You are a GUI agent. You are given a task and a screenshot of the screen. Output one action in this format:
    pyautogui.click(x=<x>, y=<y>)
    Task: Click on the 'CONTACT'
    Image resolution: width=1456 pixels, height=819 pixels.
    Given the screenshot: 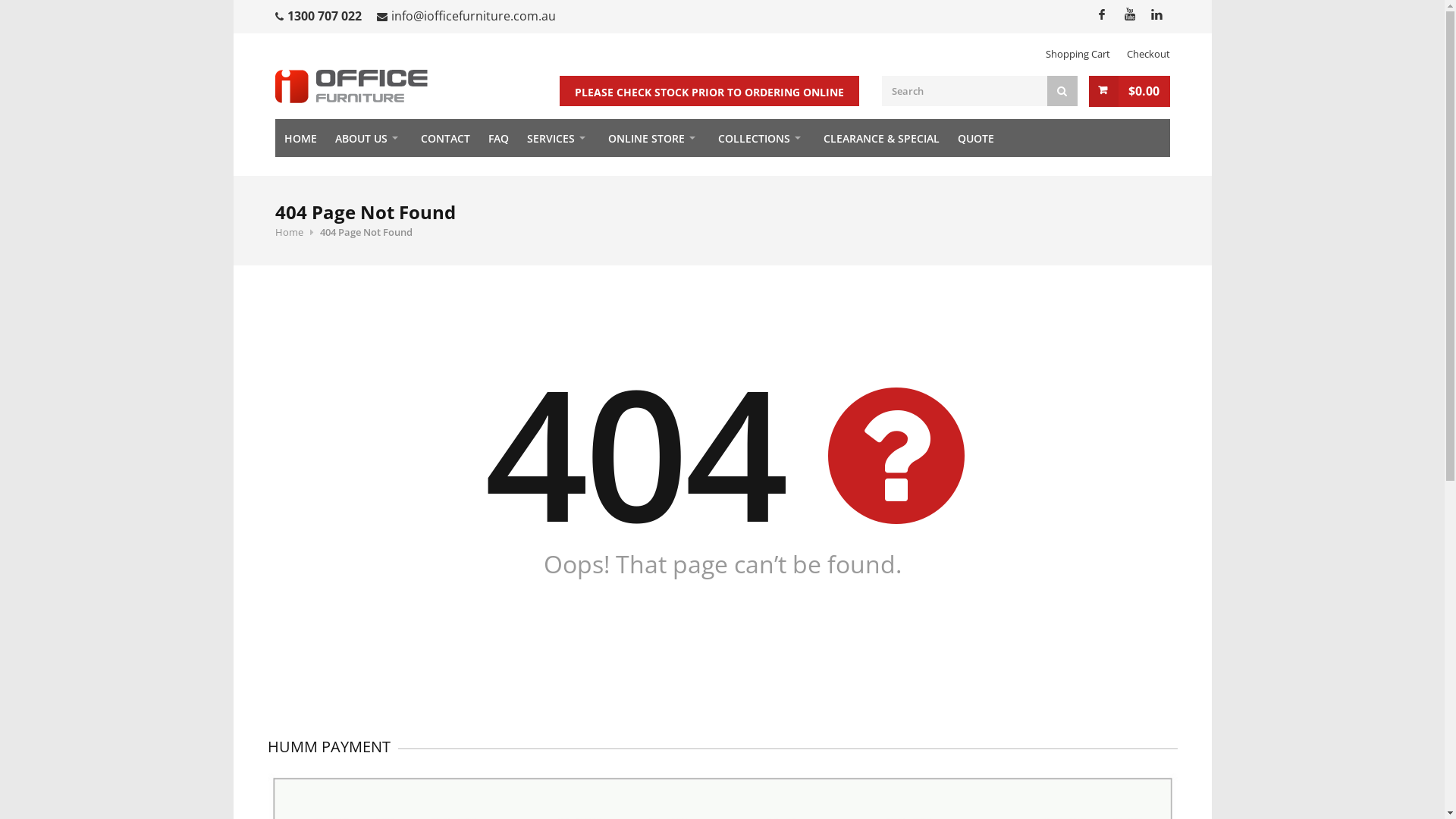 What is the action you would take?
    pyautogui.click(x=444, y=137)
    